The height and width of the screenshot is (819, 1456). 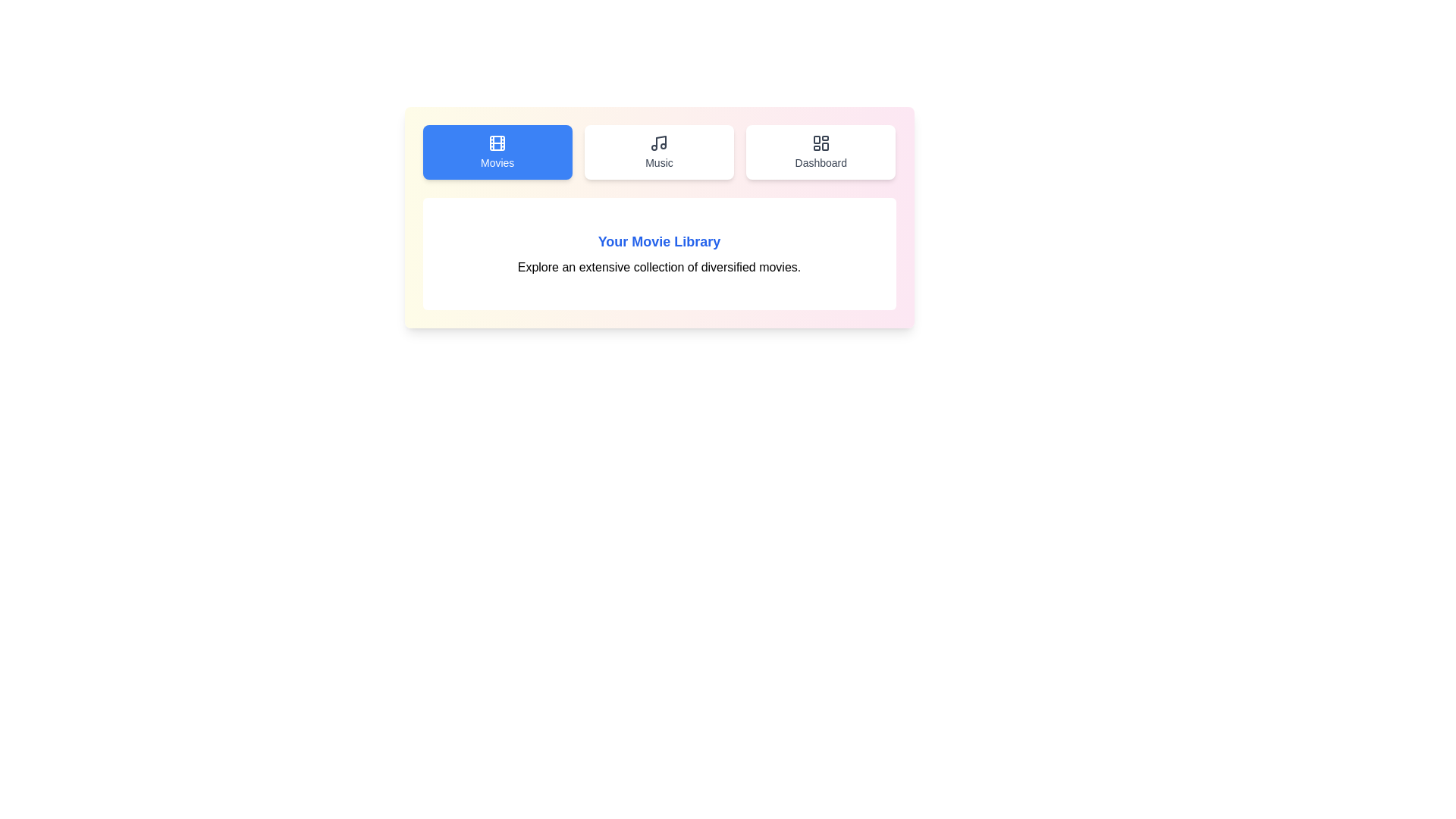 I want to click on the Music tab by clicking on its button, so click(x=659, y=152).